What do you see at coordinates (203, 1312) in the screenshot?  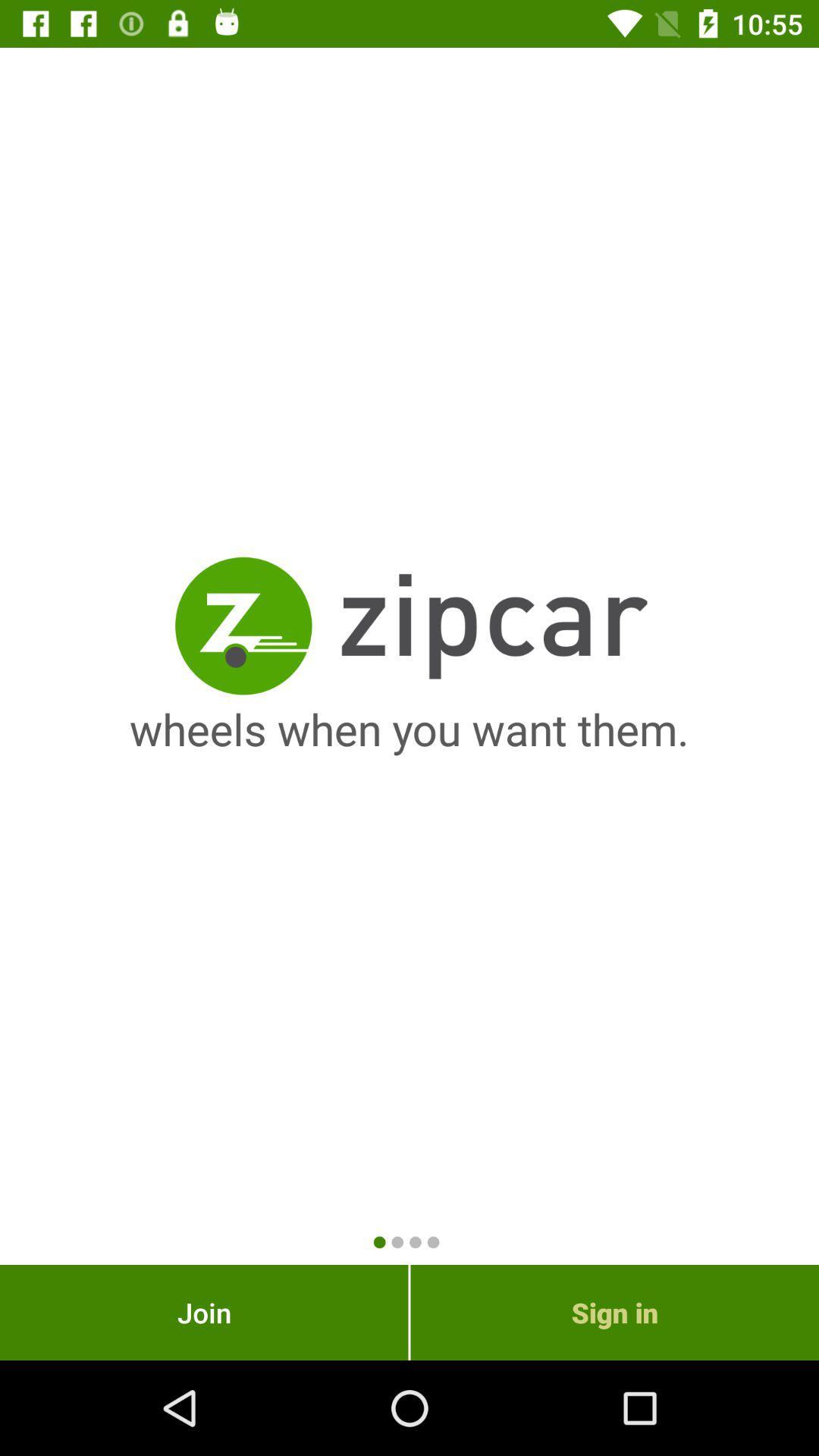 I see `the item next to sign in item` at bounding box center [203, 1312].